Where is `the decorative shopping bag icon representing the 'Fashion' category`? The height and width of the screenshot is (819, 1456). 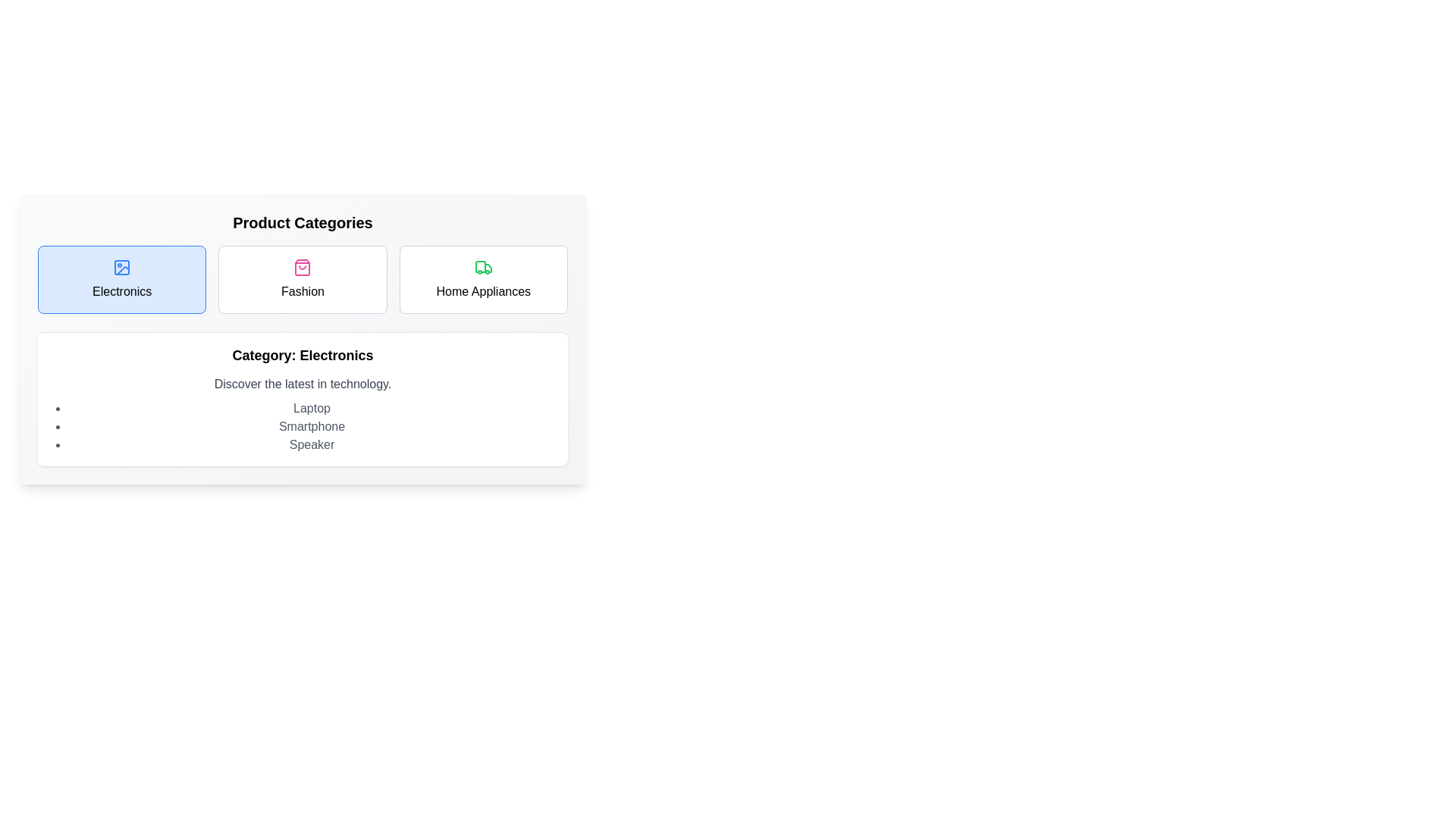 the decorative shopping bag icon representing the 'Fashion' category is located at coordinates (303, 267).